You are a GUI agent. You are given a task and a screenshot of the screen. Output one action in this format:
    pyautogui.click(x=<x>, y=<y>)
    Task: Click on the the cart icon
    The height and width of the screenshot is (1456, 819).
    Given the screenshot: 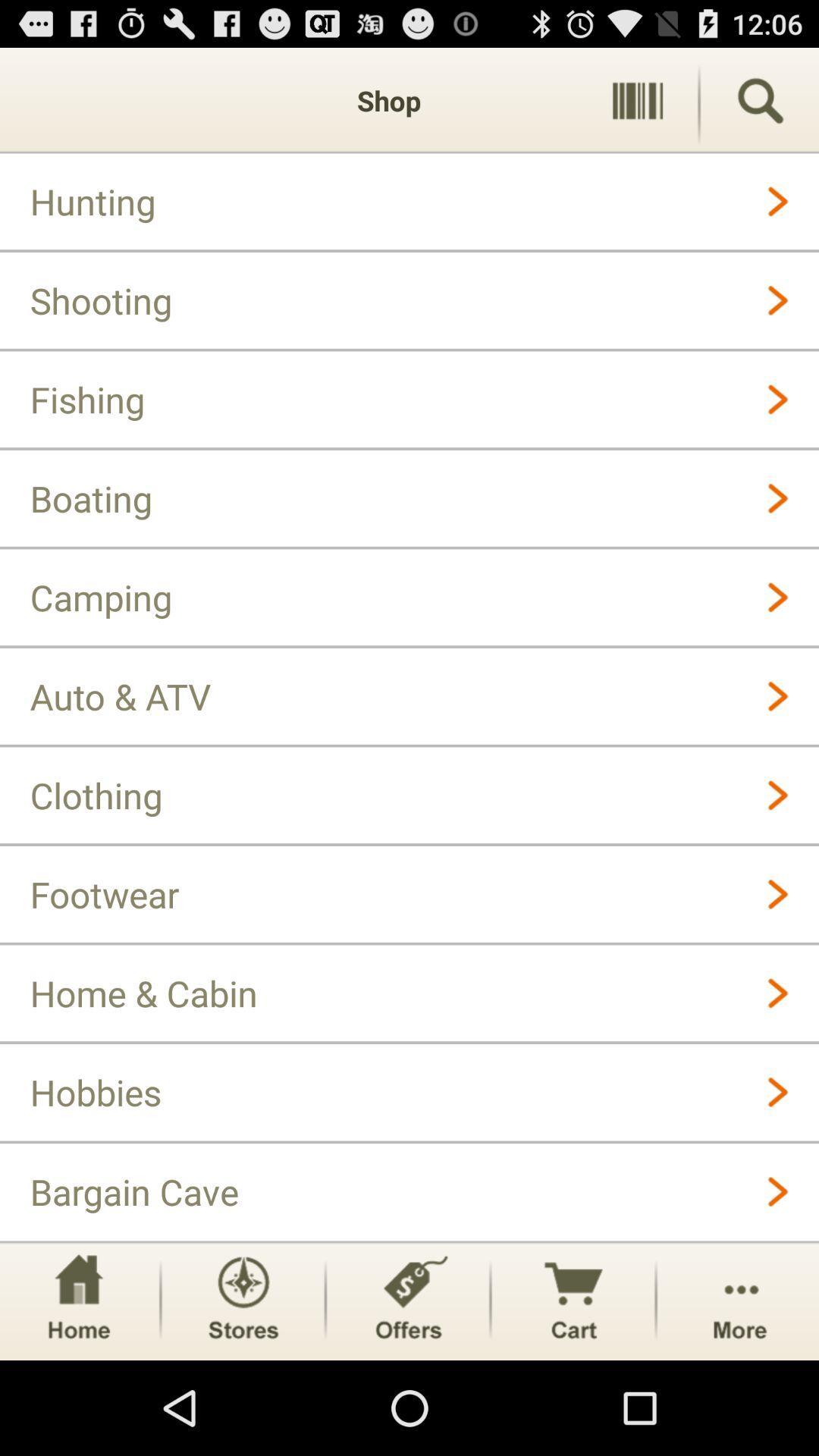 What is the action you would take?
    pyautogui.click(x=573, y=1392)
    